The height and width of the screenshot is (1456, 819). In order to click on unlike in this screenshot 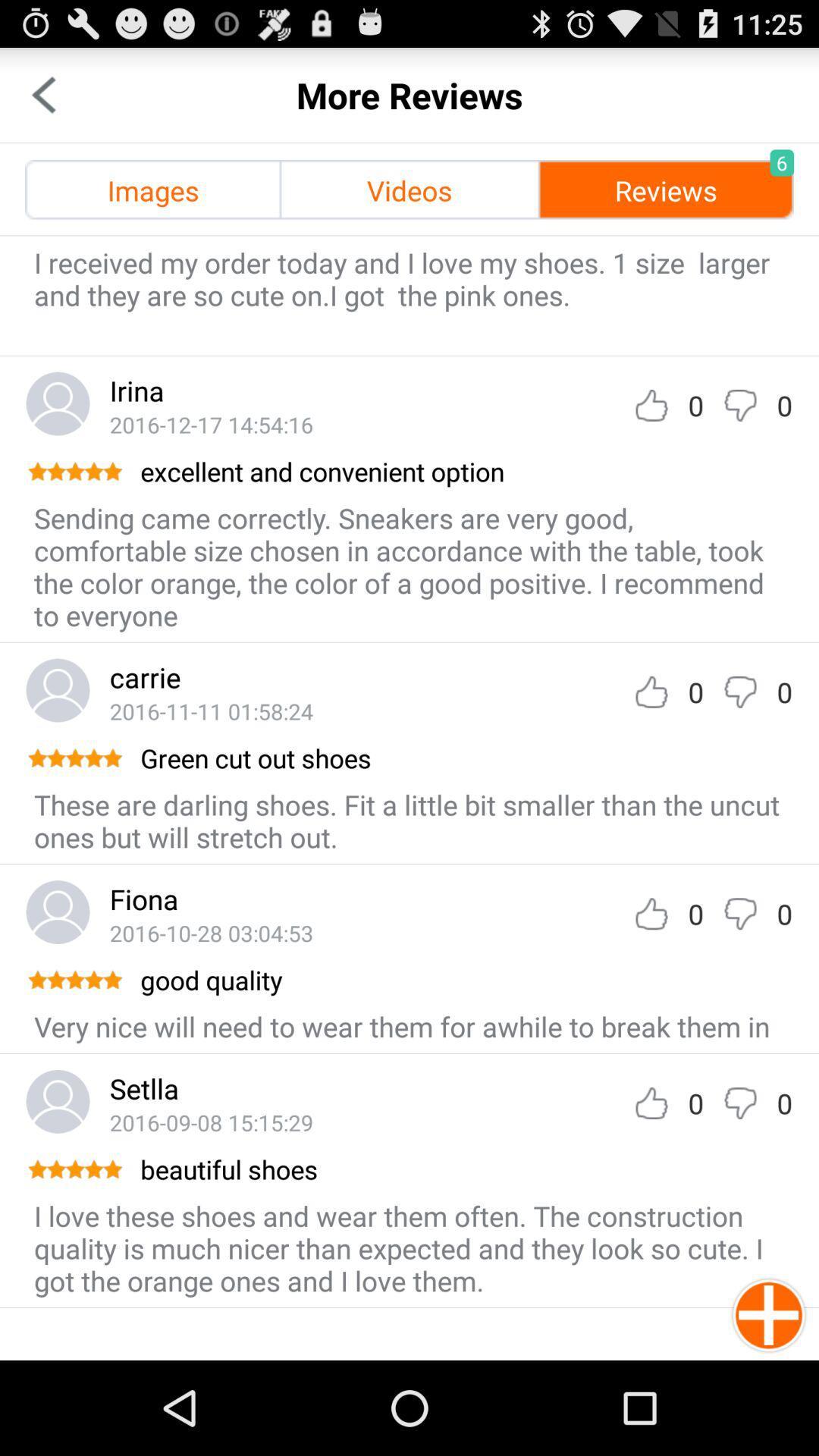, I will do `click(739, 691)`.